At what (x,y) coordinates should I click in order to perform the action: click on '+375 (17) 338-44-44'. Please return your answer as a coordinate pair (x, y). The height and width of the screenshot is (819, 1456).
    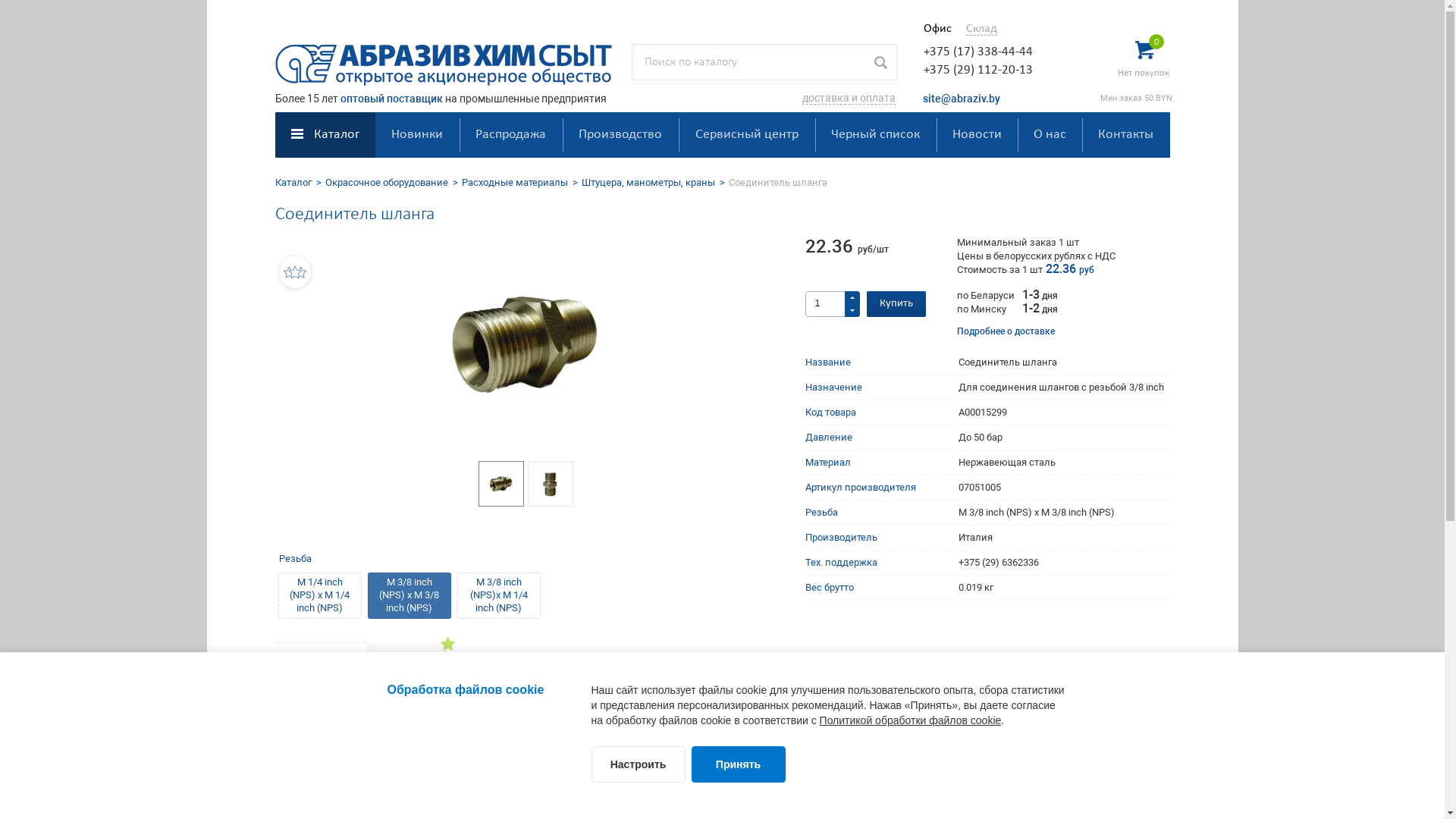
    Looking at the image, I should click on (978, 51).